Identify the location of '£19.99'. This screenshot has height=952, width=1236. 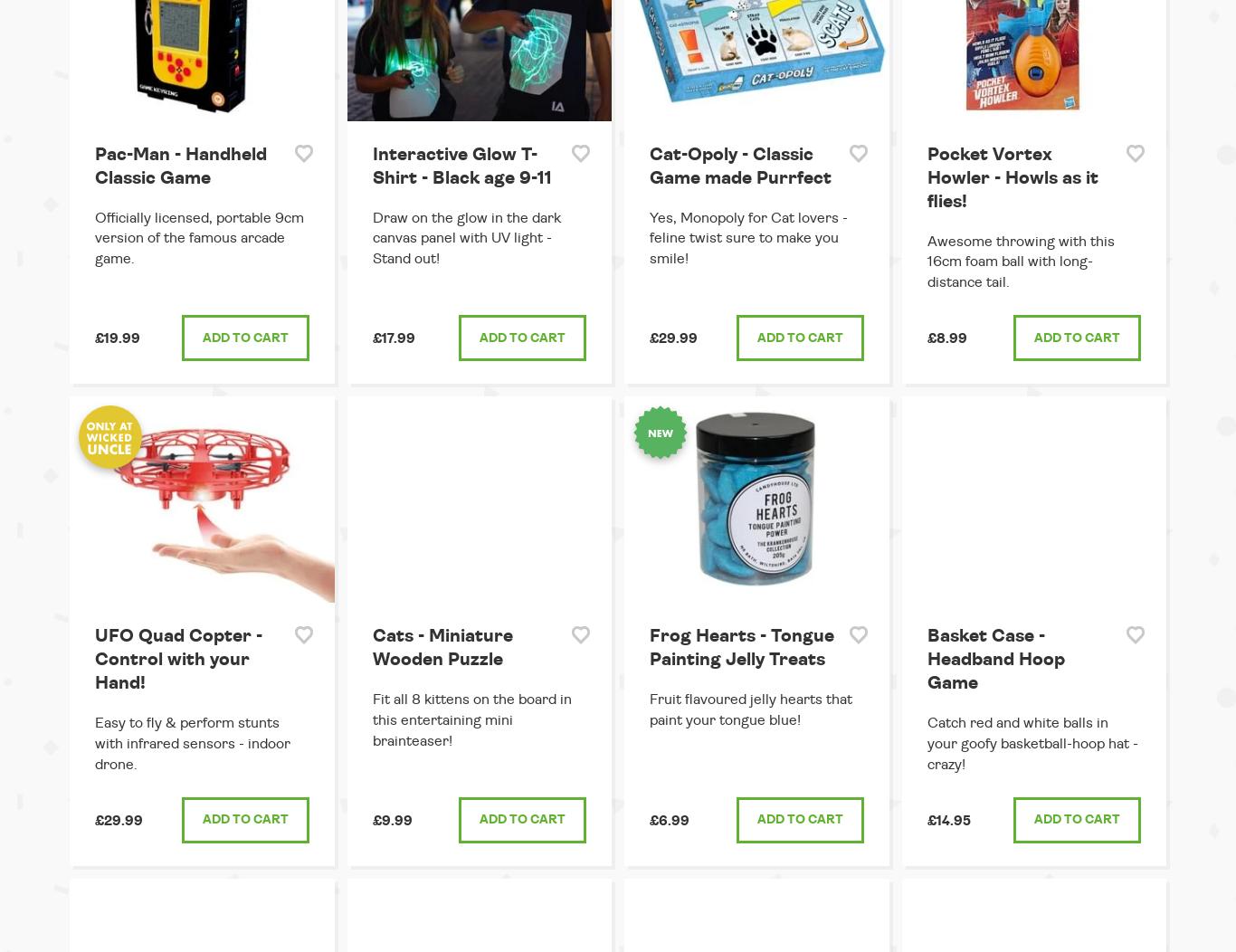
(117, 338).